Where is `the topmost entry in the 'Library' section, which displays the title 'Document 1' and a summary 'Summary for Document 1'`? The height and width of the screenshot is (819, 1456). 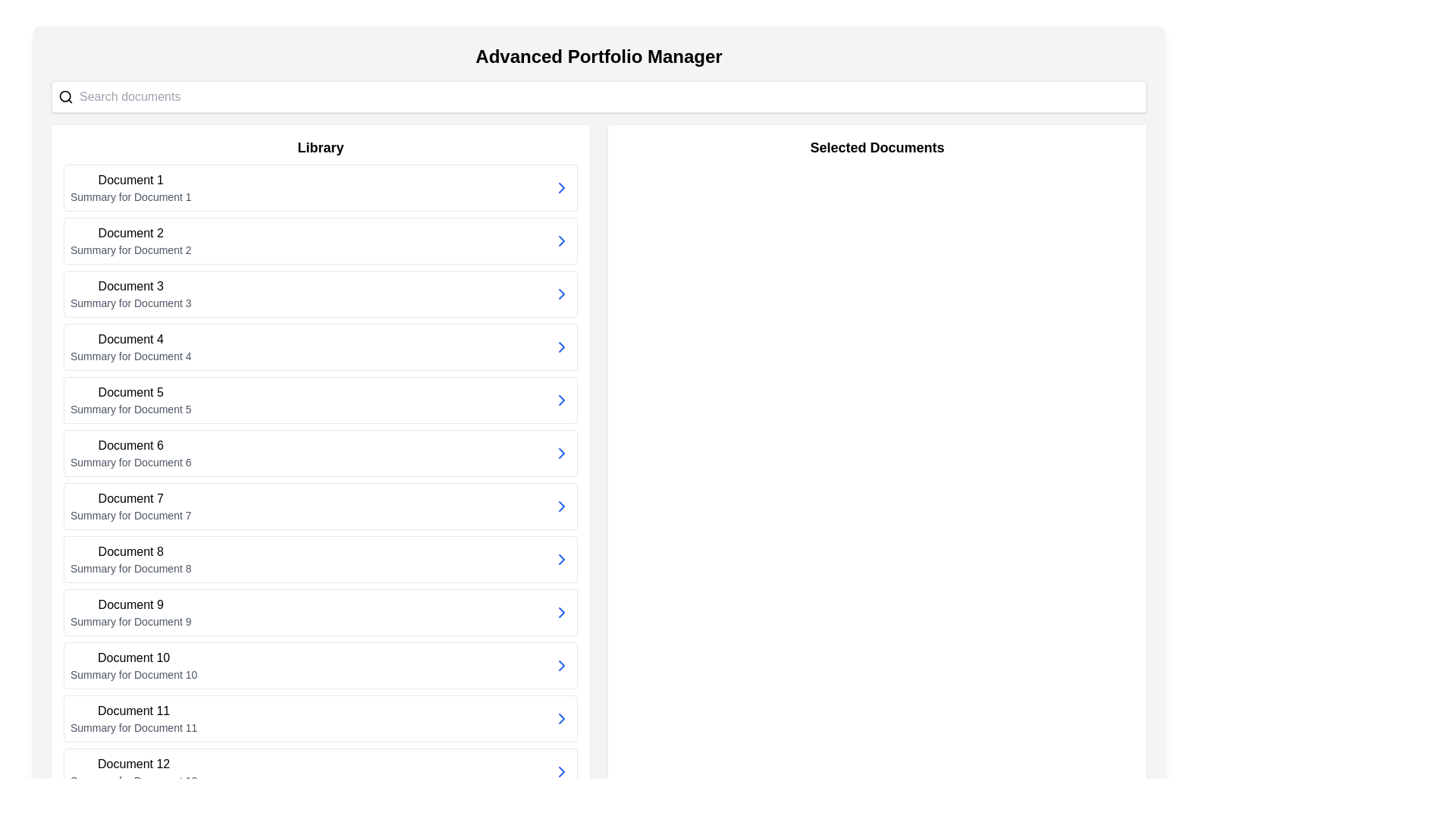
the topmost entry in the 'Library' section, which displays the title 'Document 1' and a summary 'Summary for Document 1' is located at coordinates (130, 187).